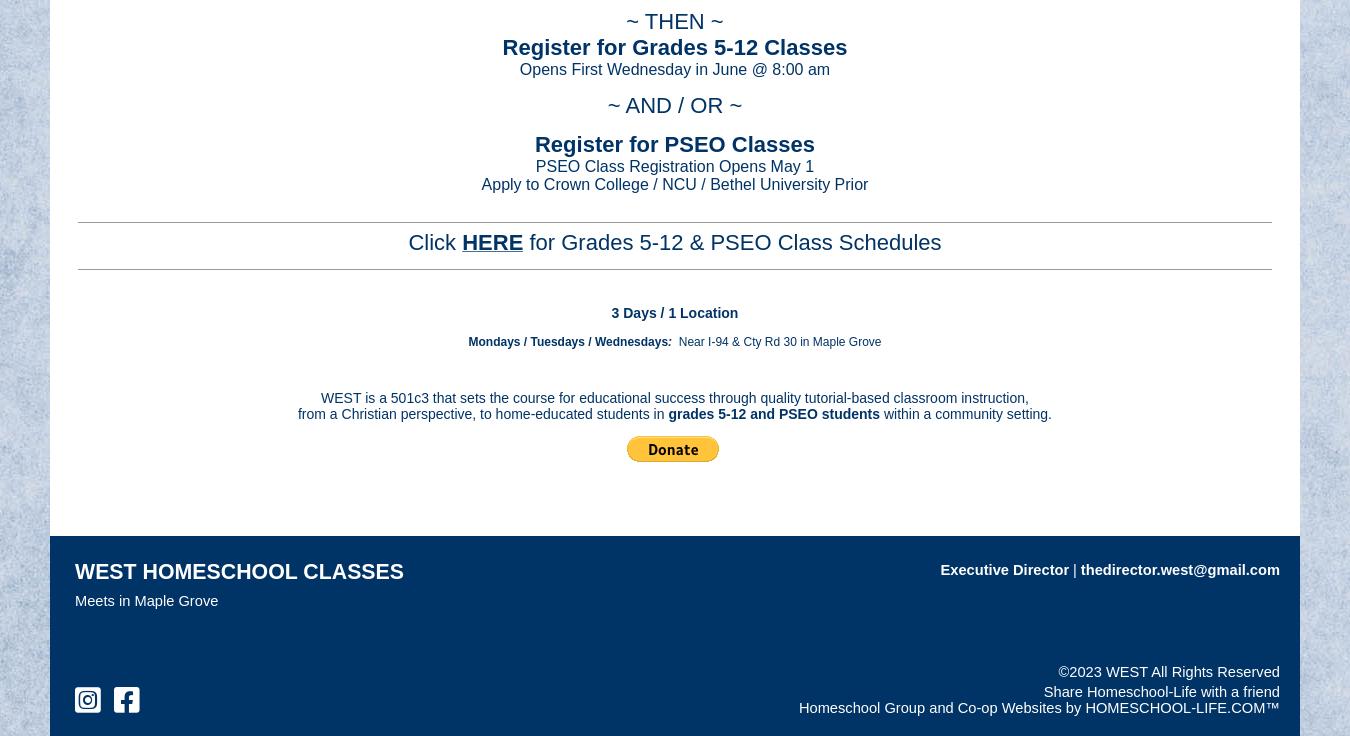 The image size is (1350, 736). I want to click on 'HERE', so click(460, 241).